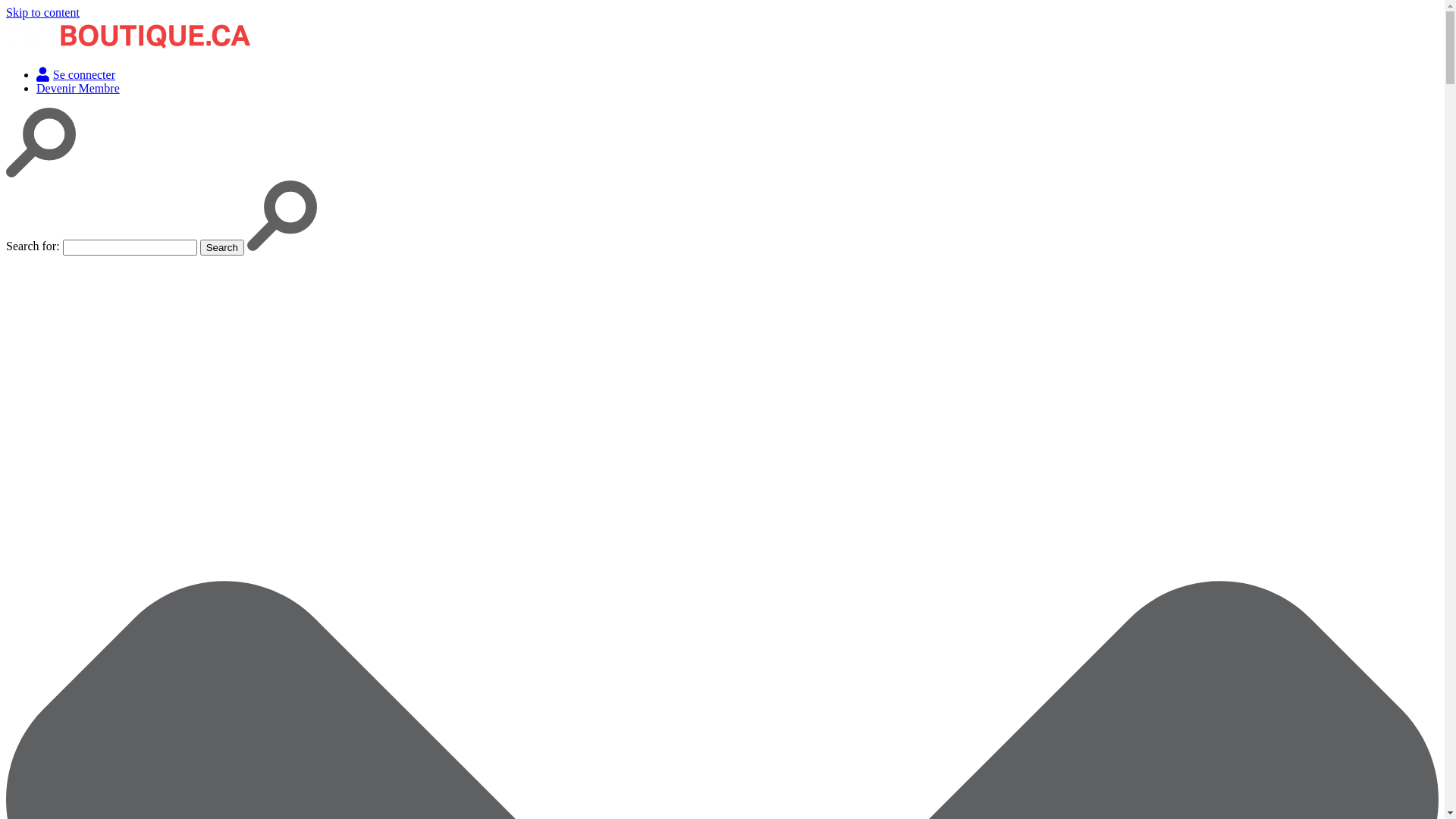 This screenshot has width=1456, height=819. I want to click on 'Search', so click(199, 246).